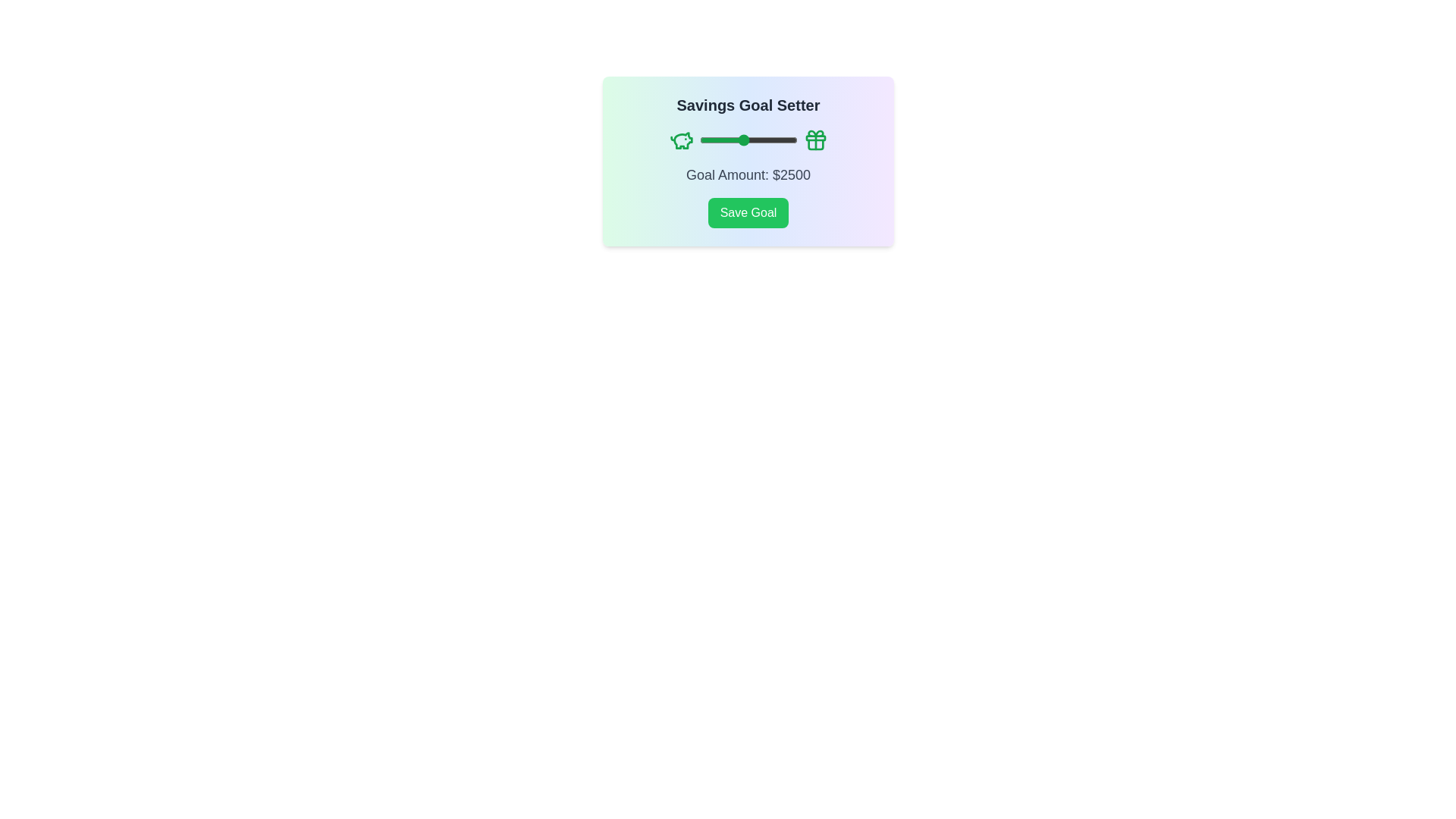  I want to click on the savings goal slider to 954 by dragging it, so click(708, 140).